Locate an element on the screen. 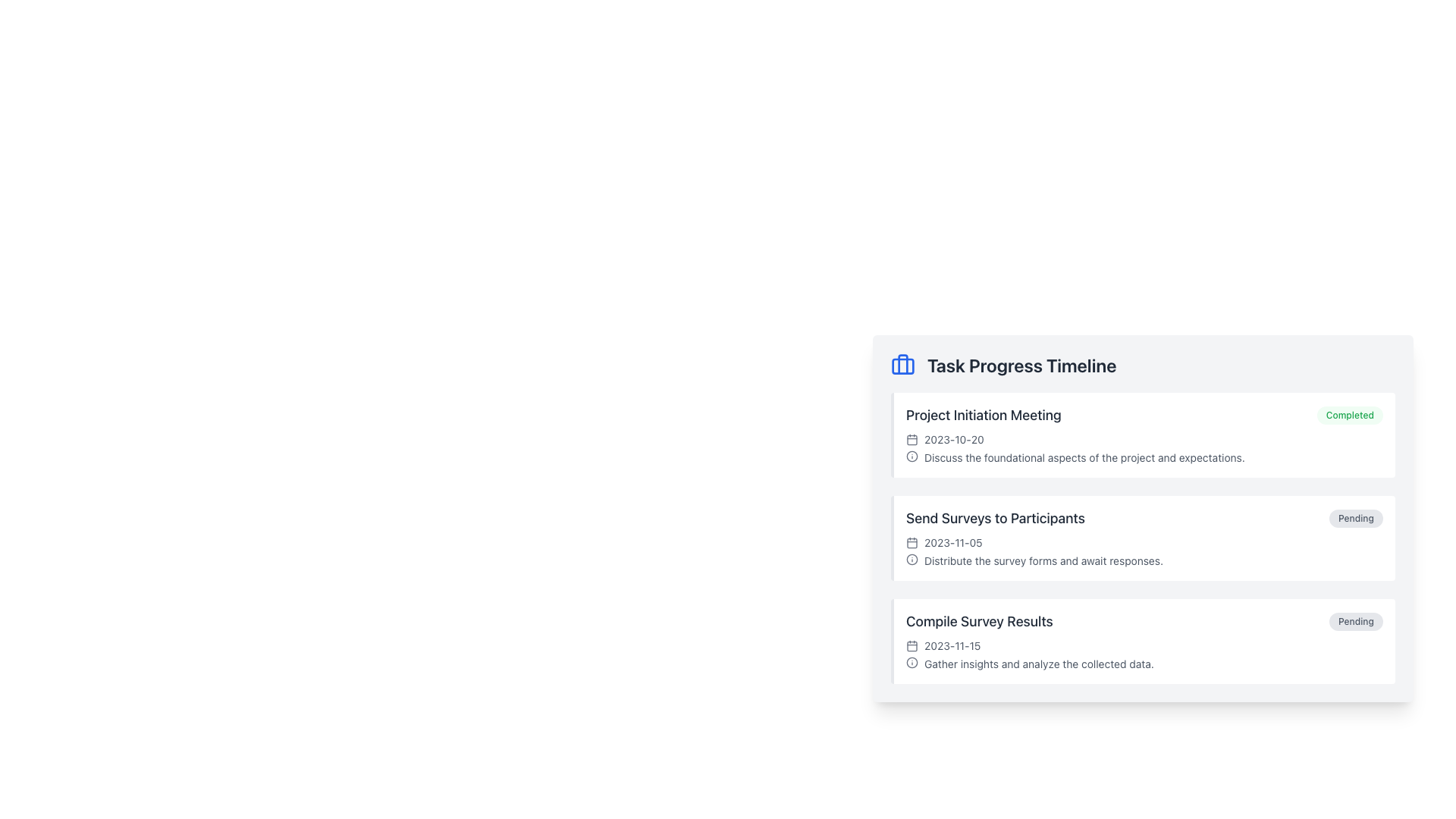 The width and height of the screenshot is (1456, 819). the 'Pending' label/badge, which is a small rounded rectangle with a light gray background and dark gray text, located at the end of the text row titled 'Send Surveys to Participants' in the 'Task Progress Timeline' section is located at coordinates (1356, 517).